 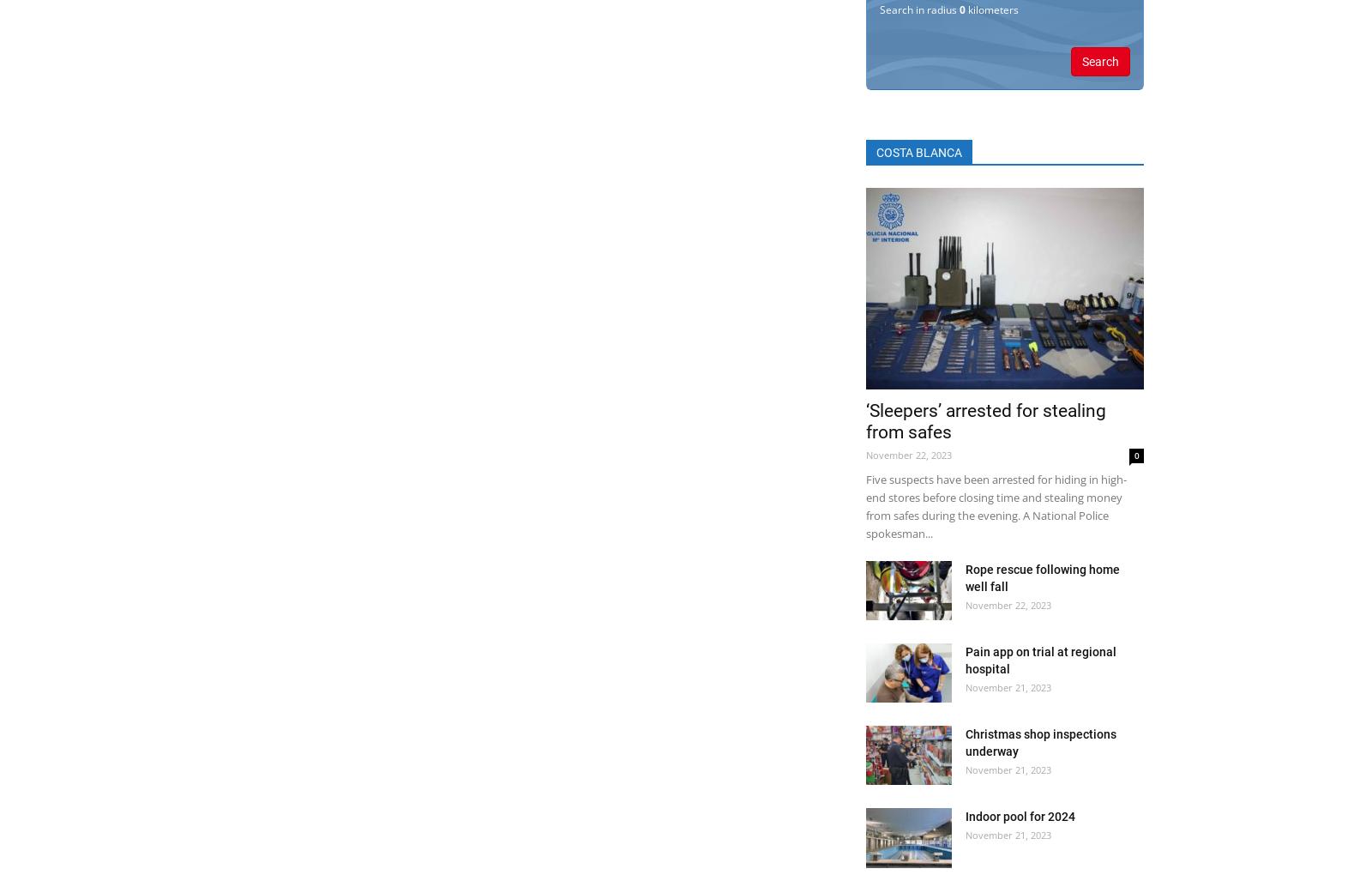 I want to click on 'Pain app on trial at regional hospital', so click(x=1040, y=660).